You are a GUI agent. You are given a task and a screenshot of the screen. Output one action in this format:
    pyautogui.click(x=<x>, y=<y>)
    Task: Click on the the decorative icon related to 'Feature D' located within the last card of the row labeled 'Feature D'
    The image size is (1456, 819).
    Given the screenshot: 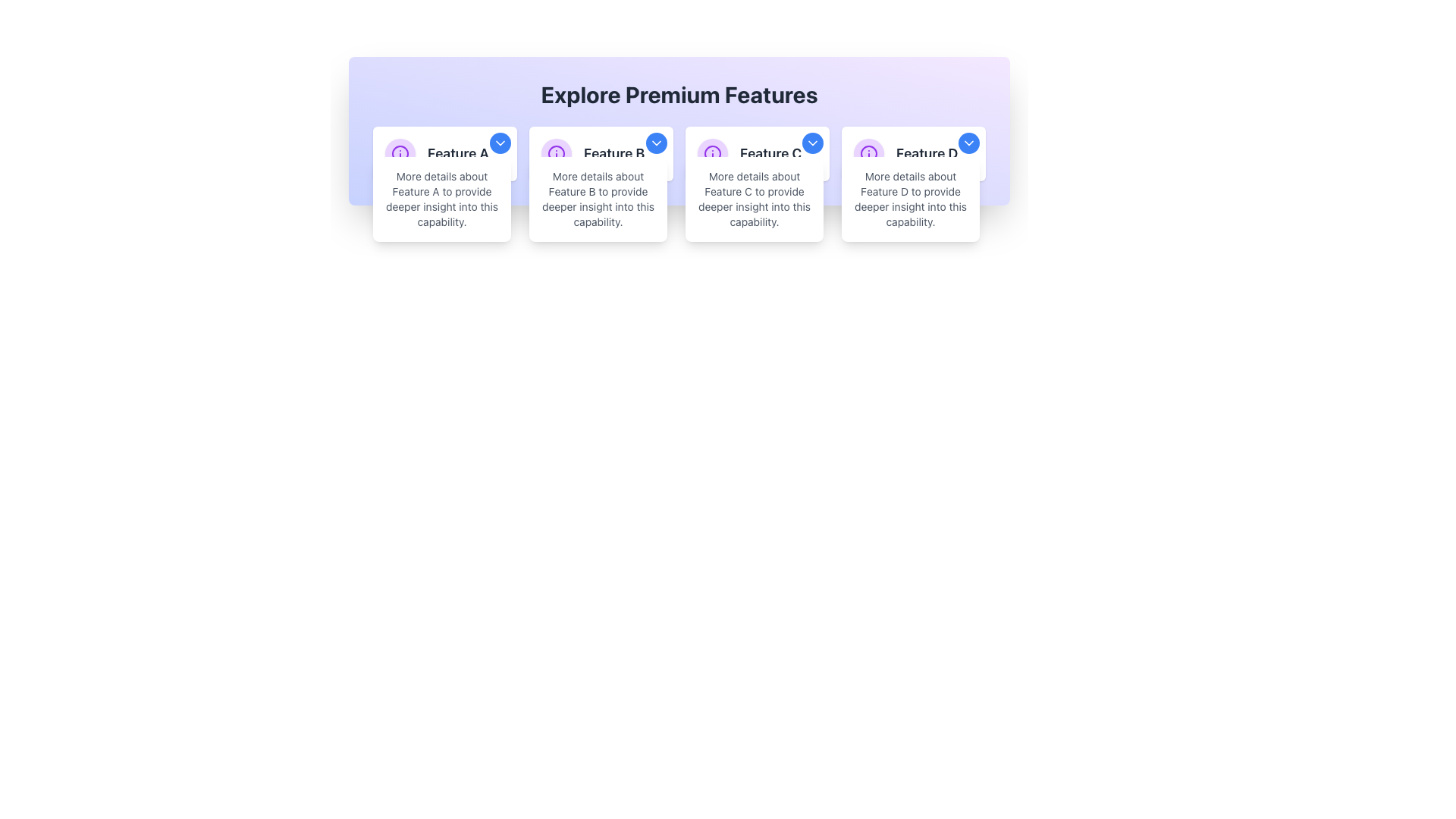 What is the action you would take?
    pyautogui.click(x=869, y=154)
    